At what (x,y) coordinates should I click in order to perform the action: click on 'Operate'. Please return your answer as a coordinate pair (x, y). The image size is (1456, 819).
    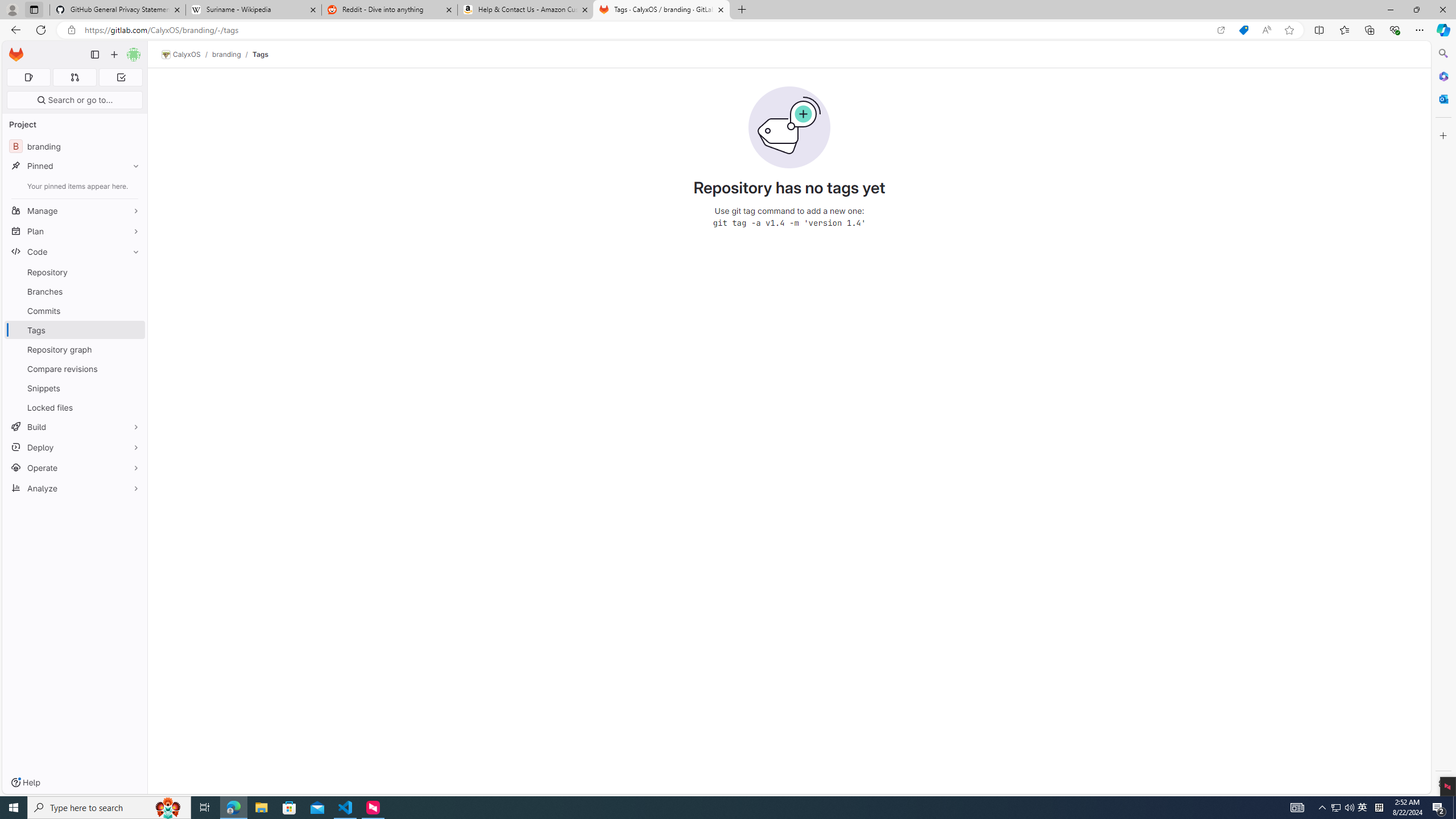
    Looking at the image, I should click on (74, 468).